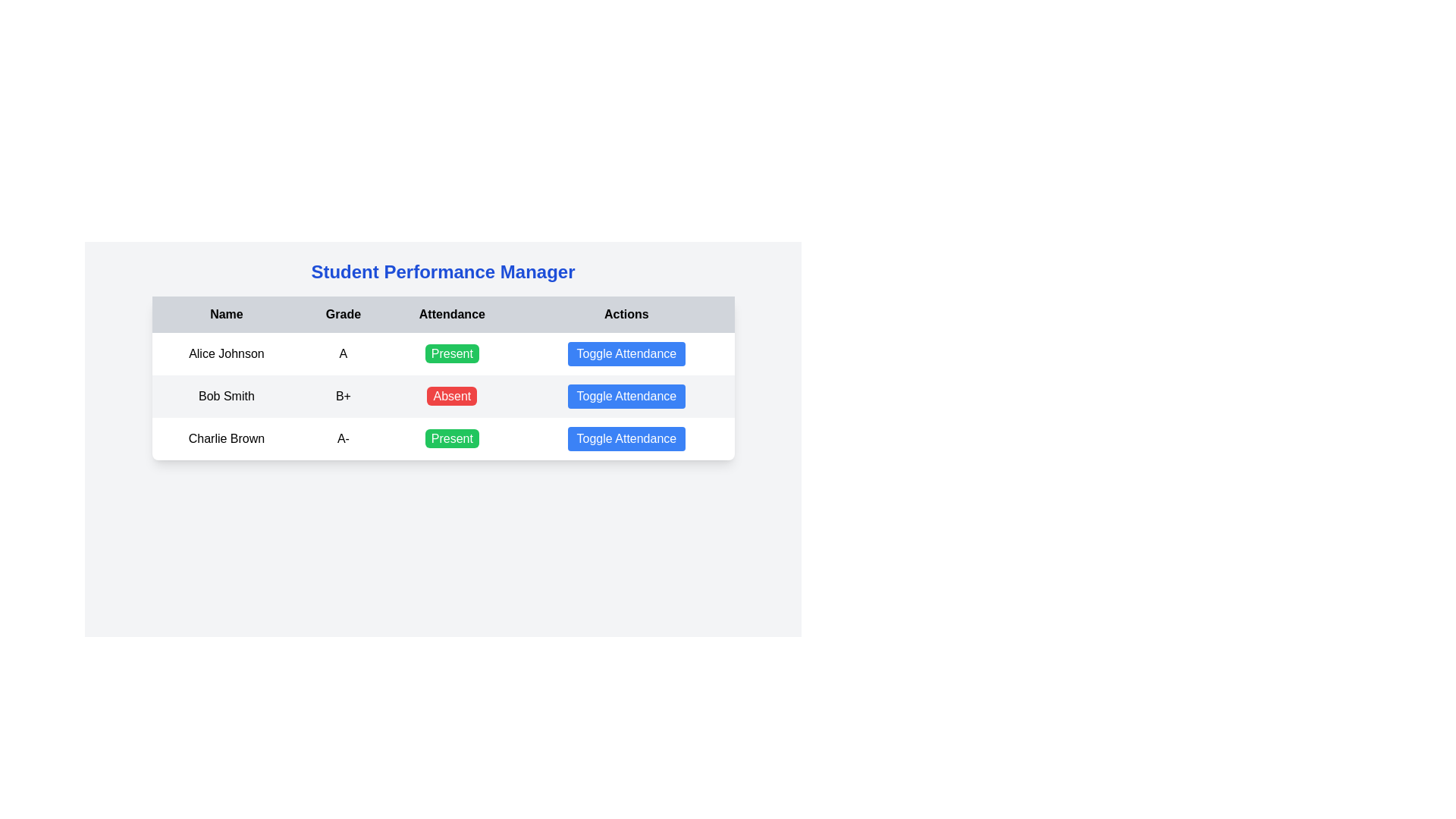 Image resolution: width=1456 pixels, height=819 pixels. What do you see at coordinates (225, 396) in the screenshot?
I see `the static text label displaying the name 'Bob Smith' located in the first column of the second row of the table` at bounding box center [225, 396].